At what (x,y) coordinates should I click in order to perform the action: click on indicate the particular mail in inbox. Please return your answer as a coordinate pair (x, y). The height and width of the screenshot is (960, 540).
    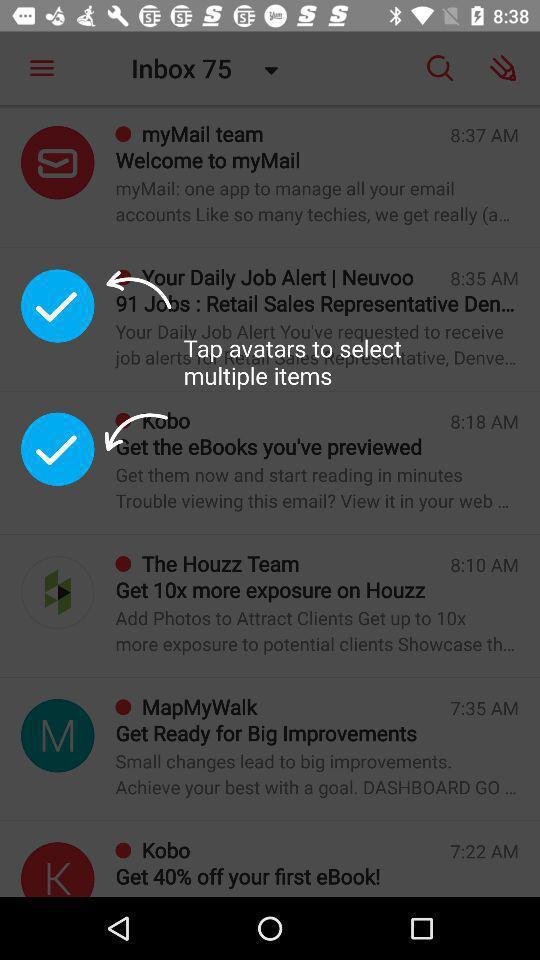
    Looking at the image, I should click on (57, 868).